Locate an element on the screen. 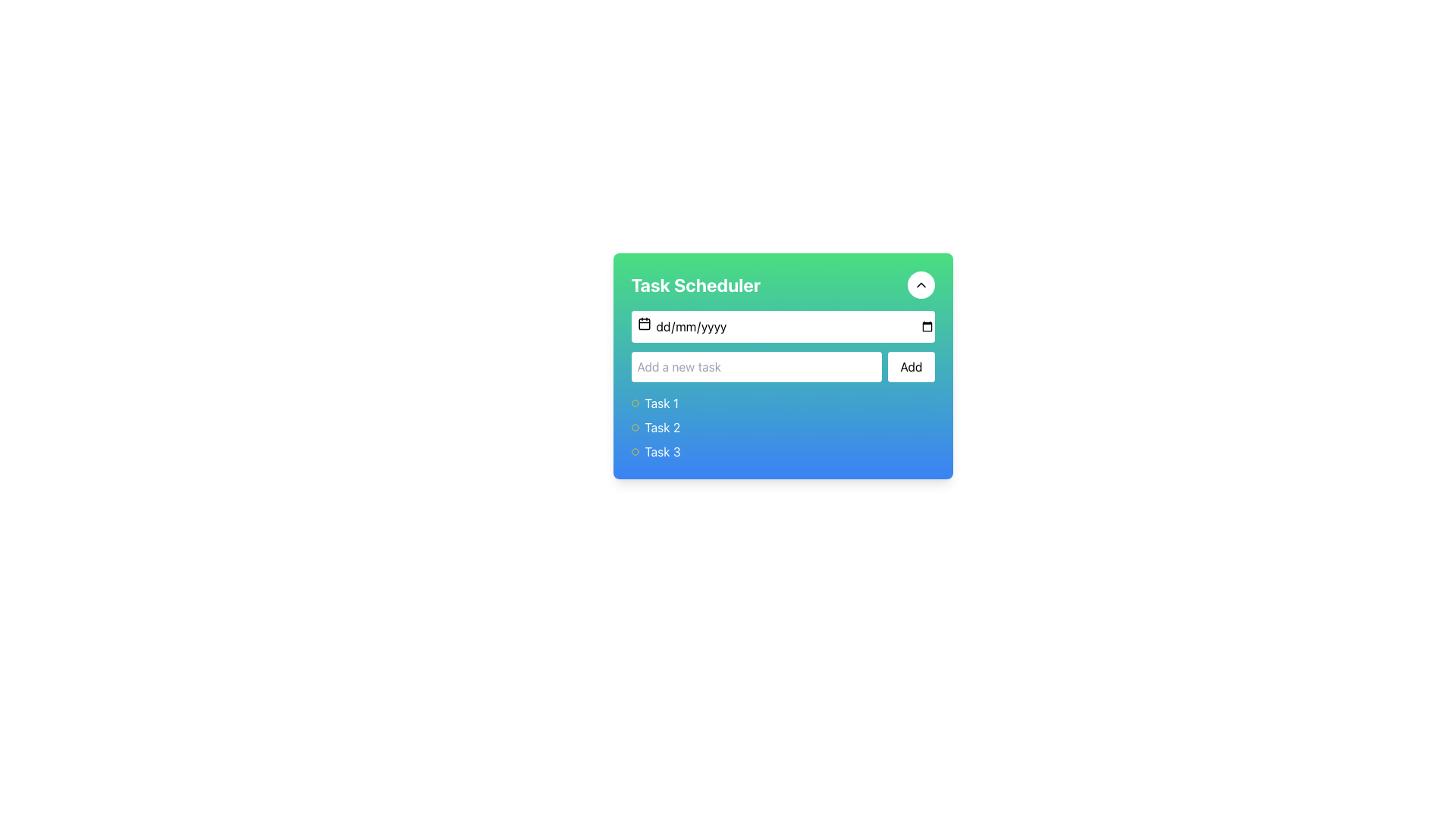 The height and width of the screenshot is (819, 1456). the calendar icon, which is a square-shaped icon with a calendar image inside, located to the left of the date input field in the task scheduler interface is located at coordinates (644, 323).